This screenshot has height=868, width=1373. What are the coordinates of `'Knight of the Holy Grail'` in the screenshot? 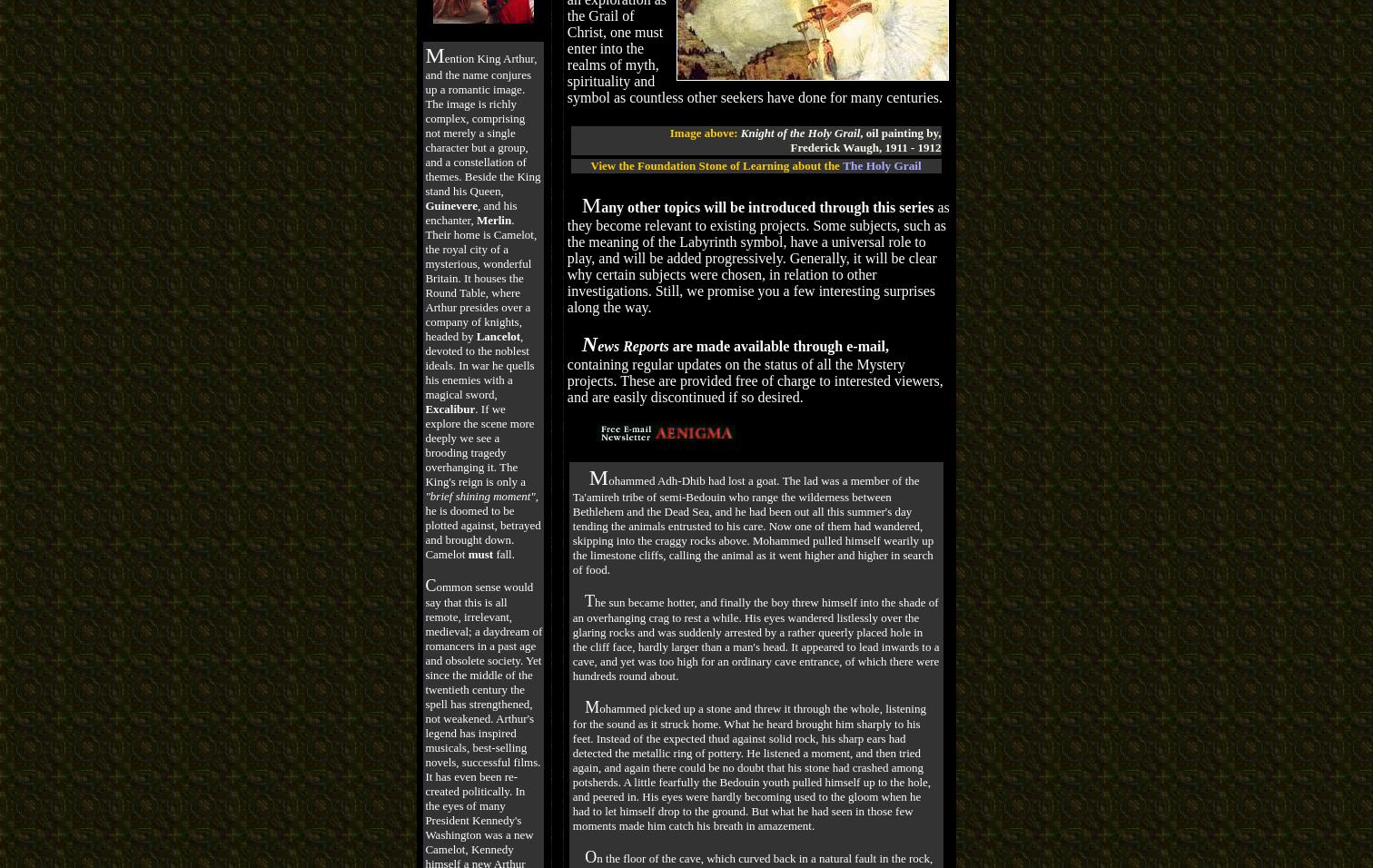 It's located at (800, 132).